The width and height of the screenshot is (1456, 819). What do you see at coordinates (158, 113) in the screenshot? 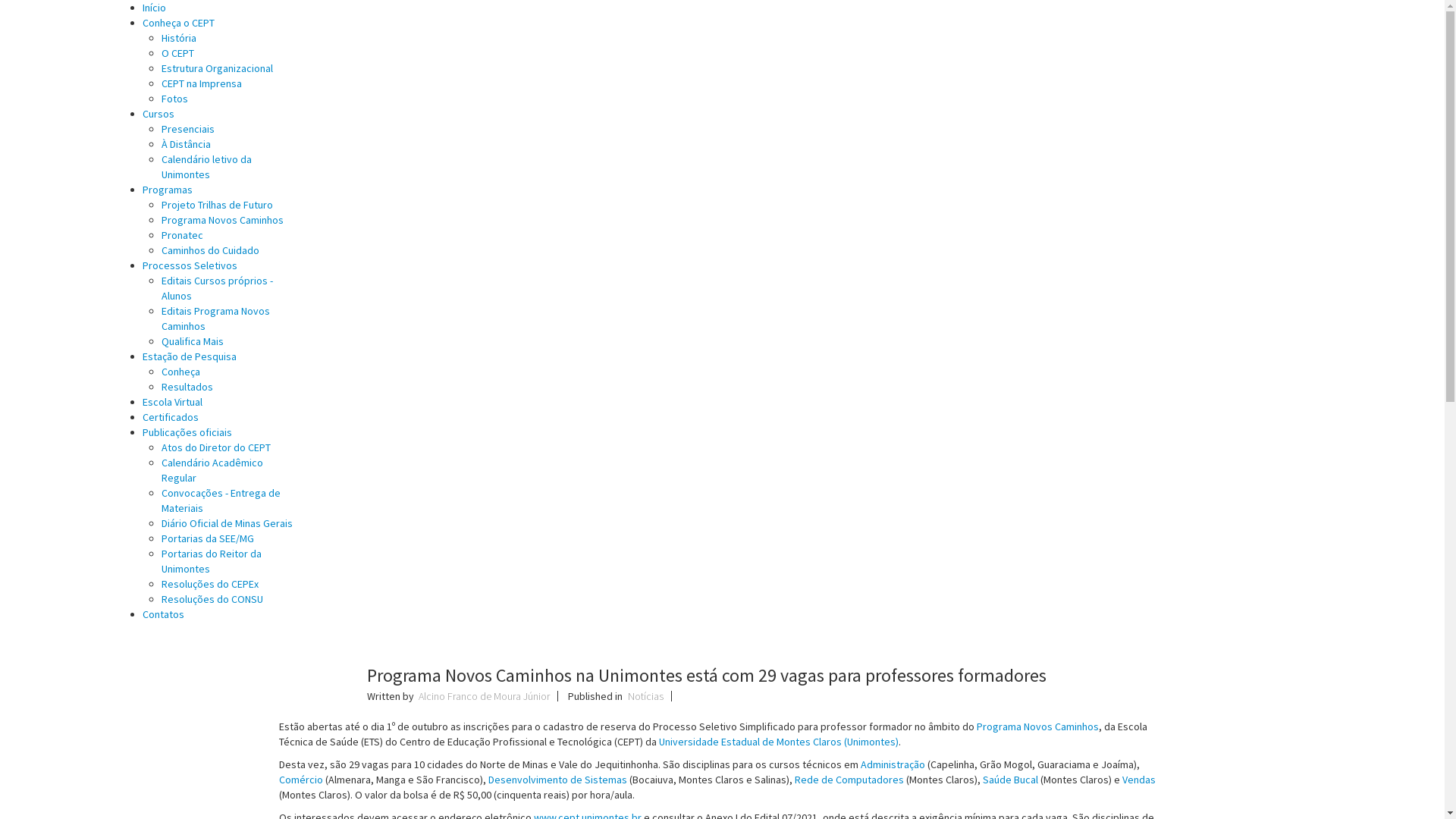
I see `'Cursos'` at bounding box center [158, 113].